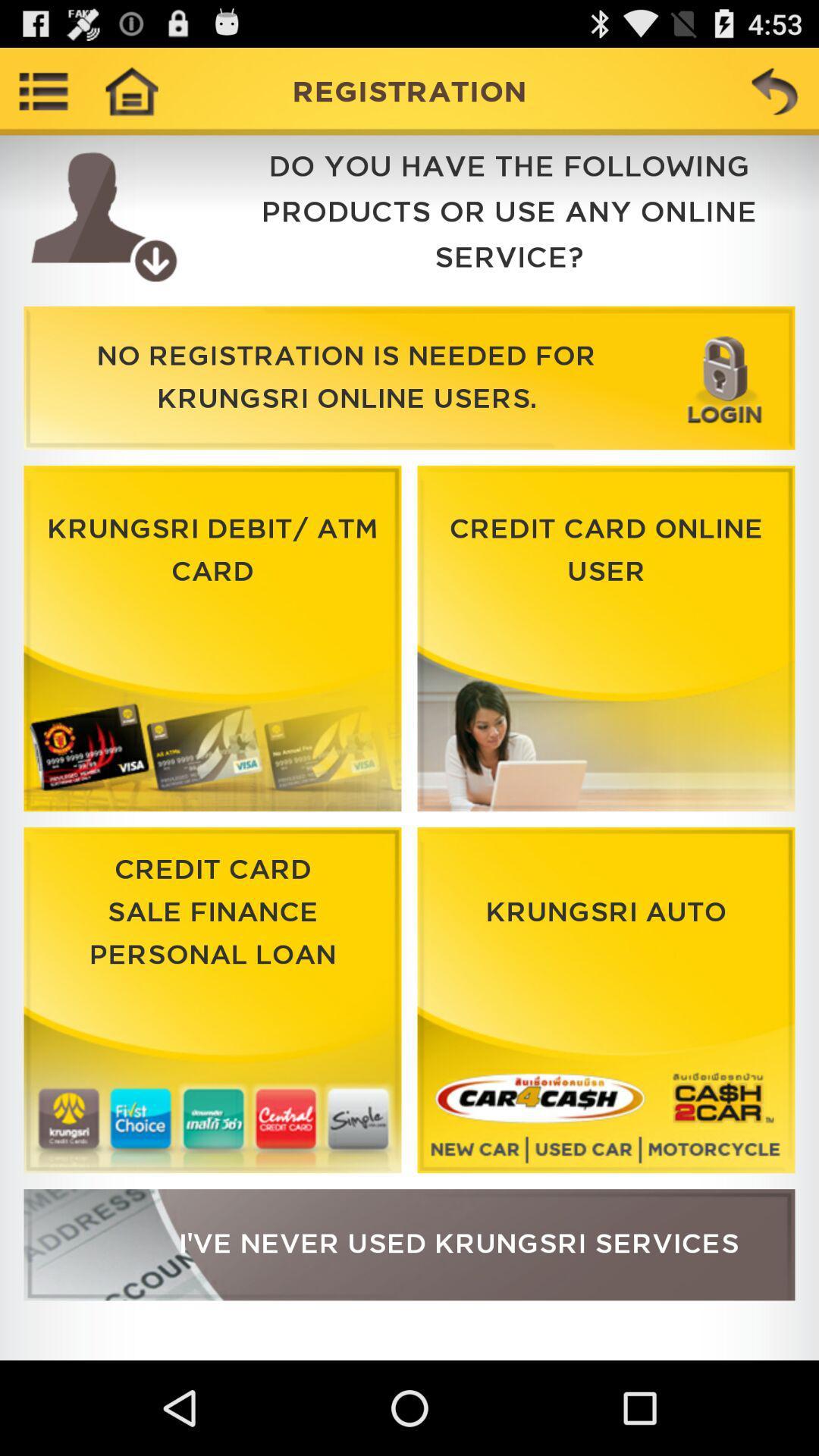 Image resolution: width=819 pixels, height=1456 pixels. I want to click on home page, so click(130, 90).